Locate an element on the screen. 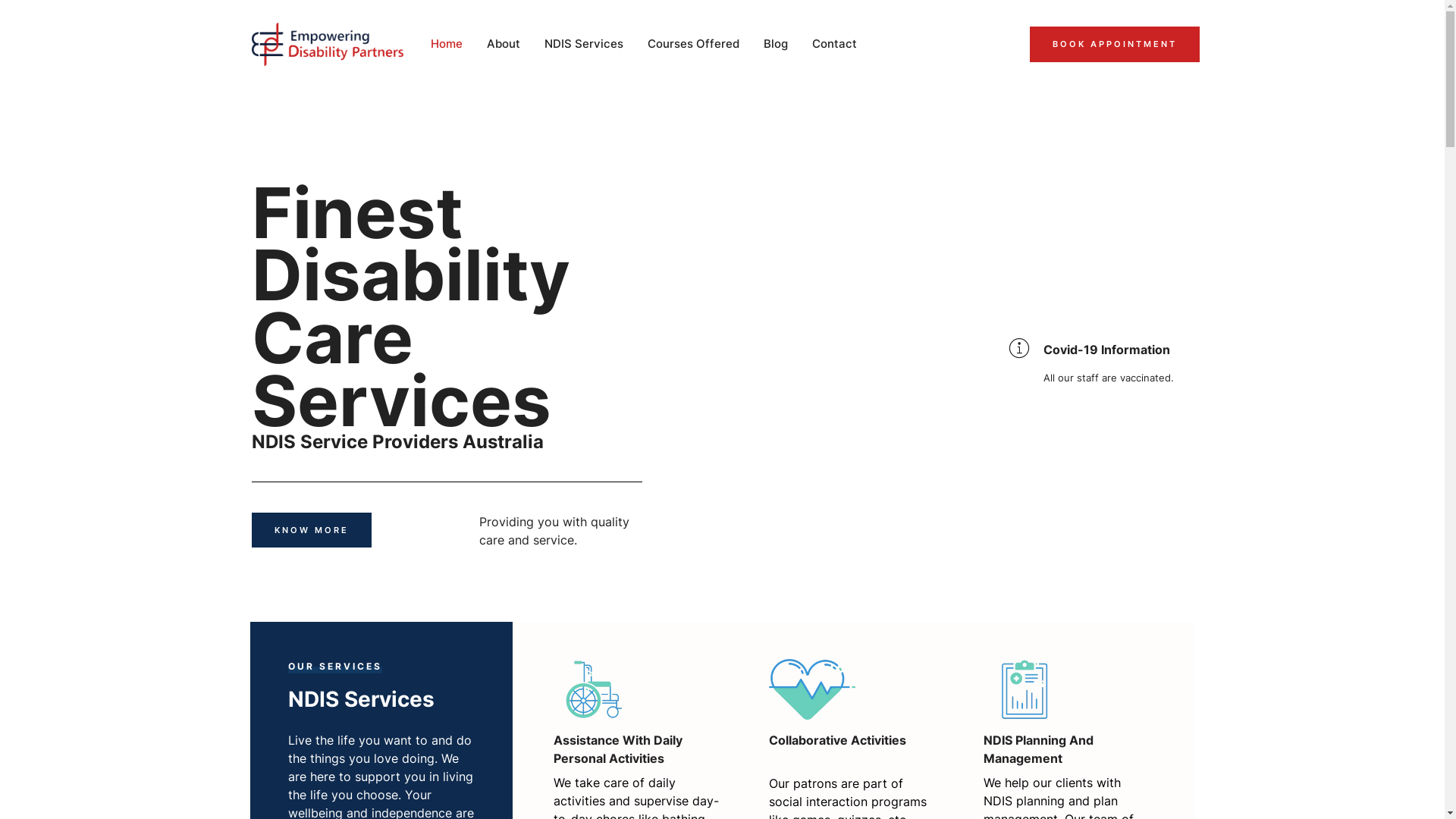 This screenshot has width=1456, height=819. 'Assistance With Daily Personal Activities' is located at coordinates (618, 748).